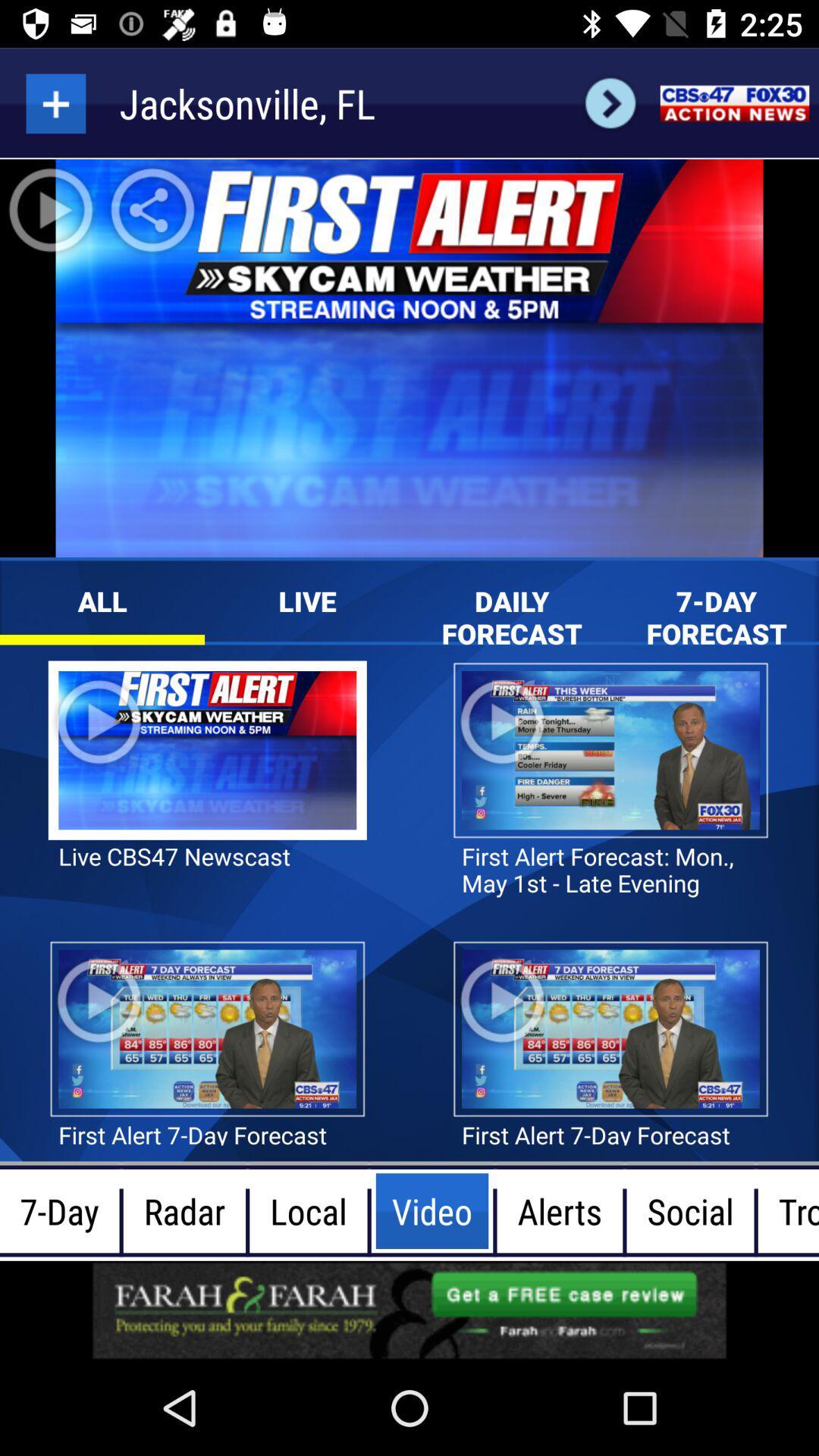 This screenshot has width=819, height=1456. I want to click on the arrow_forward icon, so click(610, 102).